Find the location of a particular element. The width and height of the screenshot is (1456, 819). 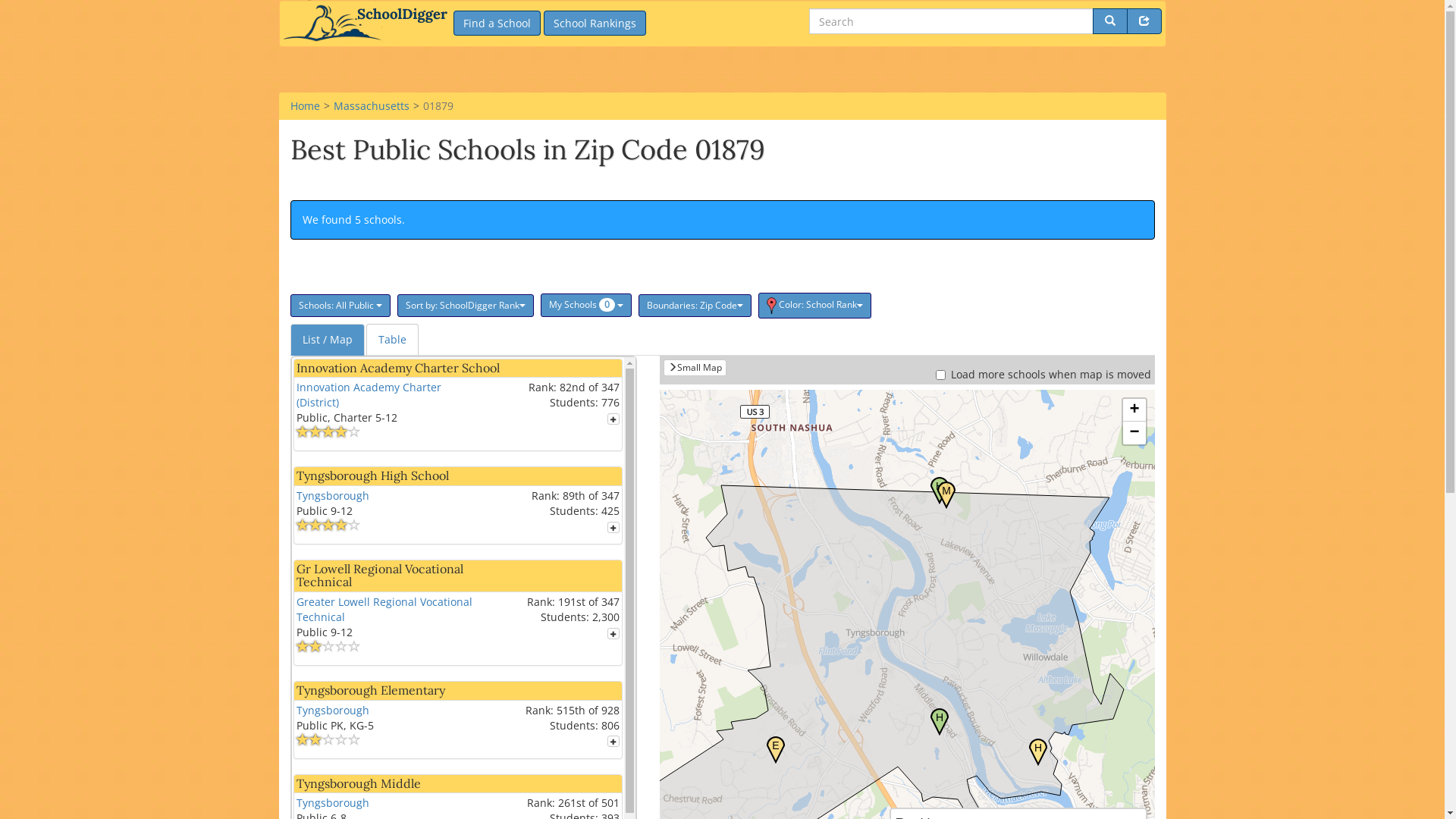

'Greater Lowell Regional Vocational Technical' is located at coordinates (383, 608).